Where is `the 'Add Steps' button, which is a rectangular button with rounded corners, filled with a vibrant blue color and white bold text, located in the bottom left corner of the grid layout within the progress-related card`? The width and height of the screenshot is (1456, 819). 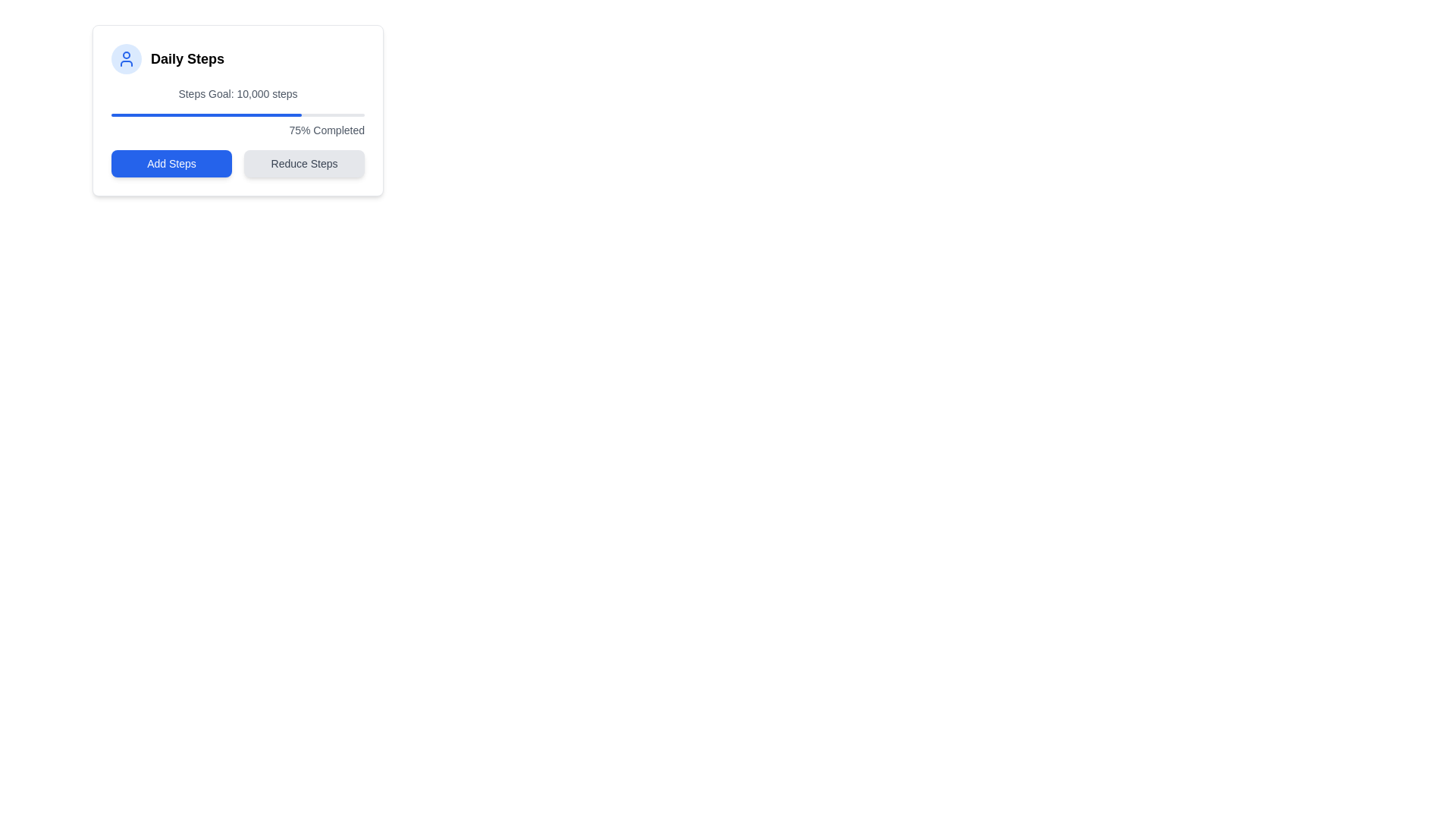
the 'Add Steps' button, which is a rectangular button with rounded corners, filled with a vibrant blue color and white bold text, located in the bottom left corner of the grid layout within the progress-related card is located at coordinates (171, 164).